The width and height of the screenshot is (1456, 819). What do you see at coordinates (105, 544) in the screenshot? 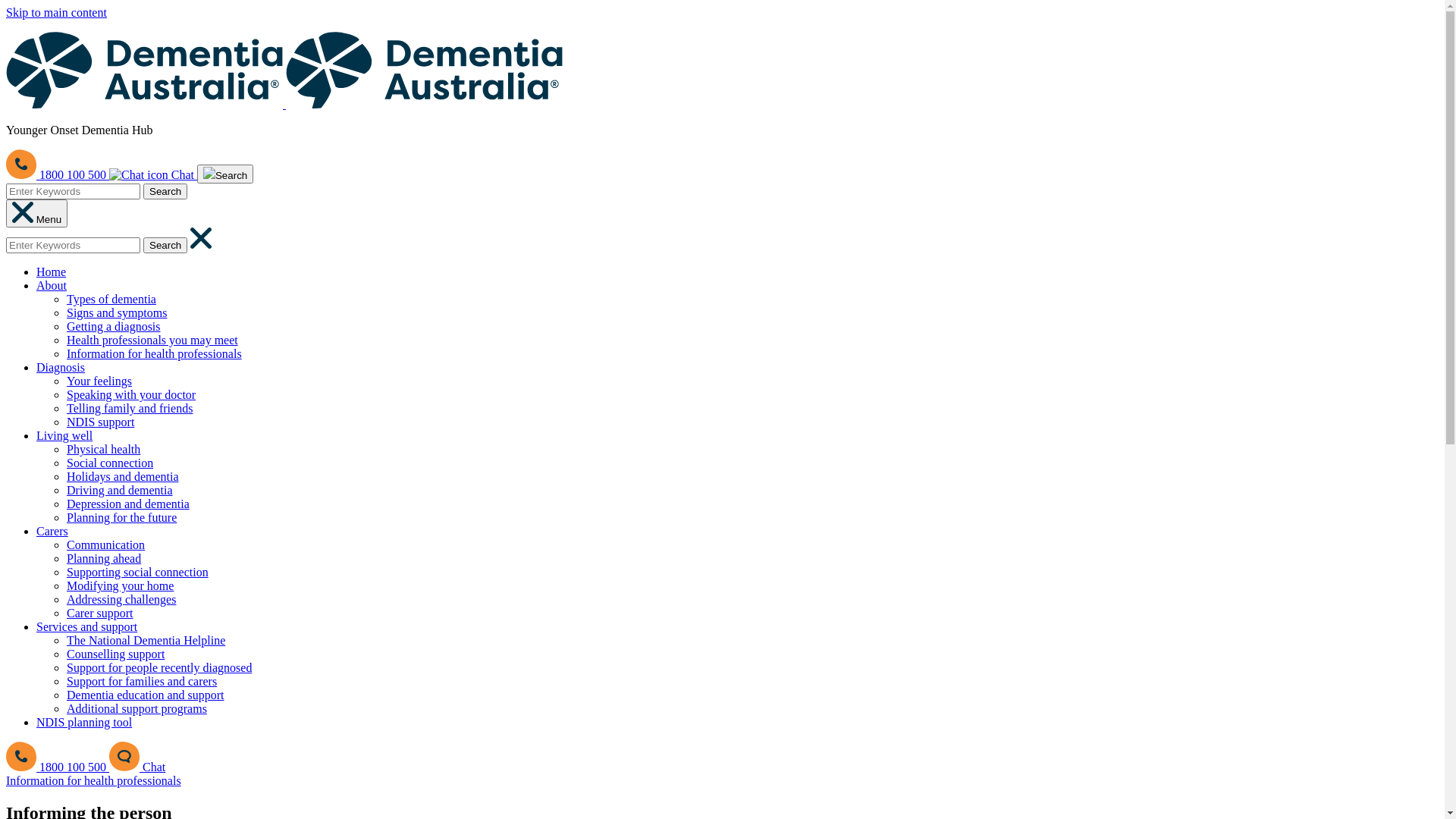
I see `'Communication'` at bounding box center [105, 544].